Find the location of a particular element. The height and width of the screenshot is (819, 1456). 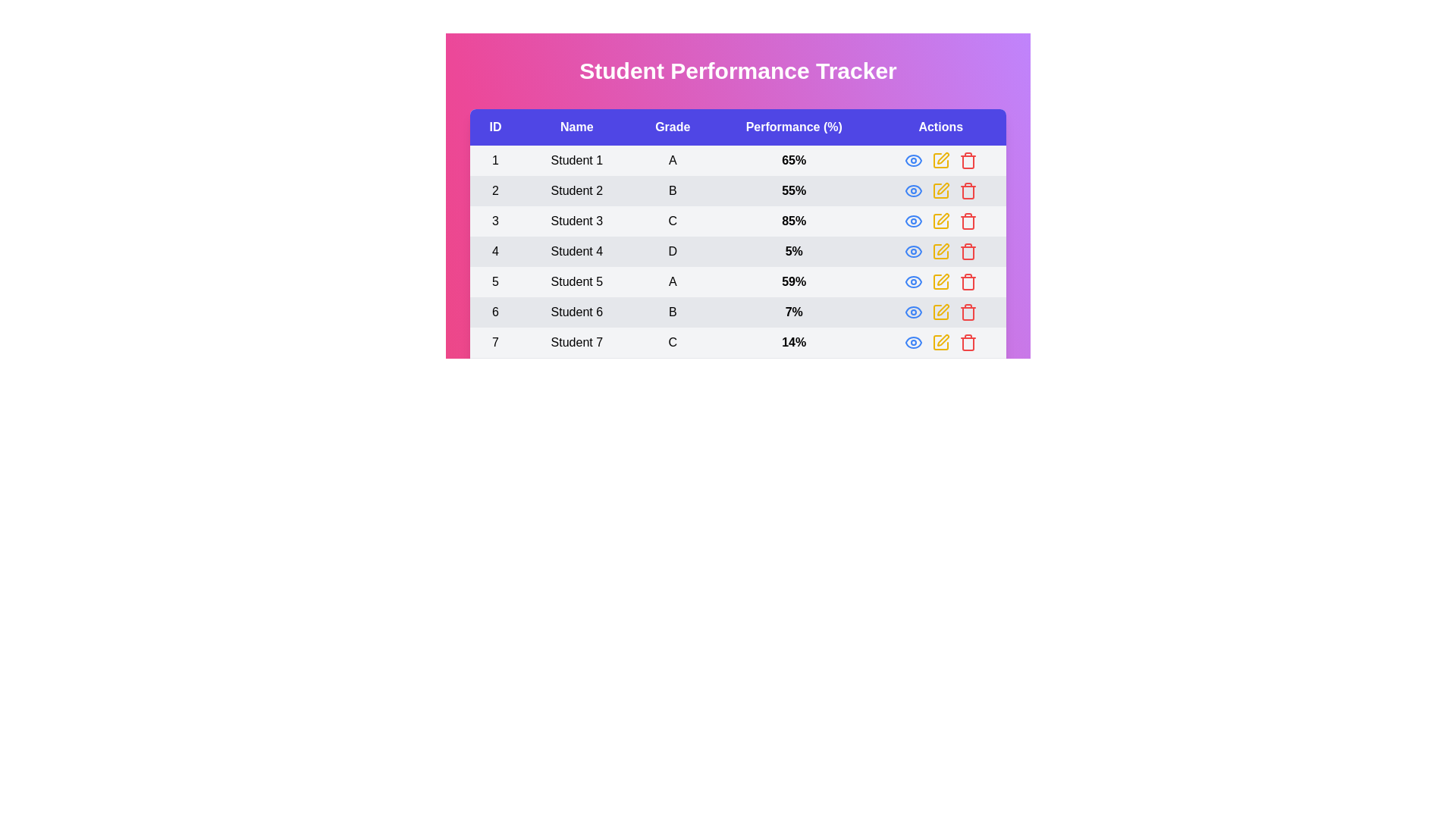

'eye' icon in the 'Actions' column for the student with ID 3 is located at coordinates (912, 221).